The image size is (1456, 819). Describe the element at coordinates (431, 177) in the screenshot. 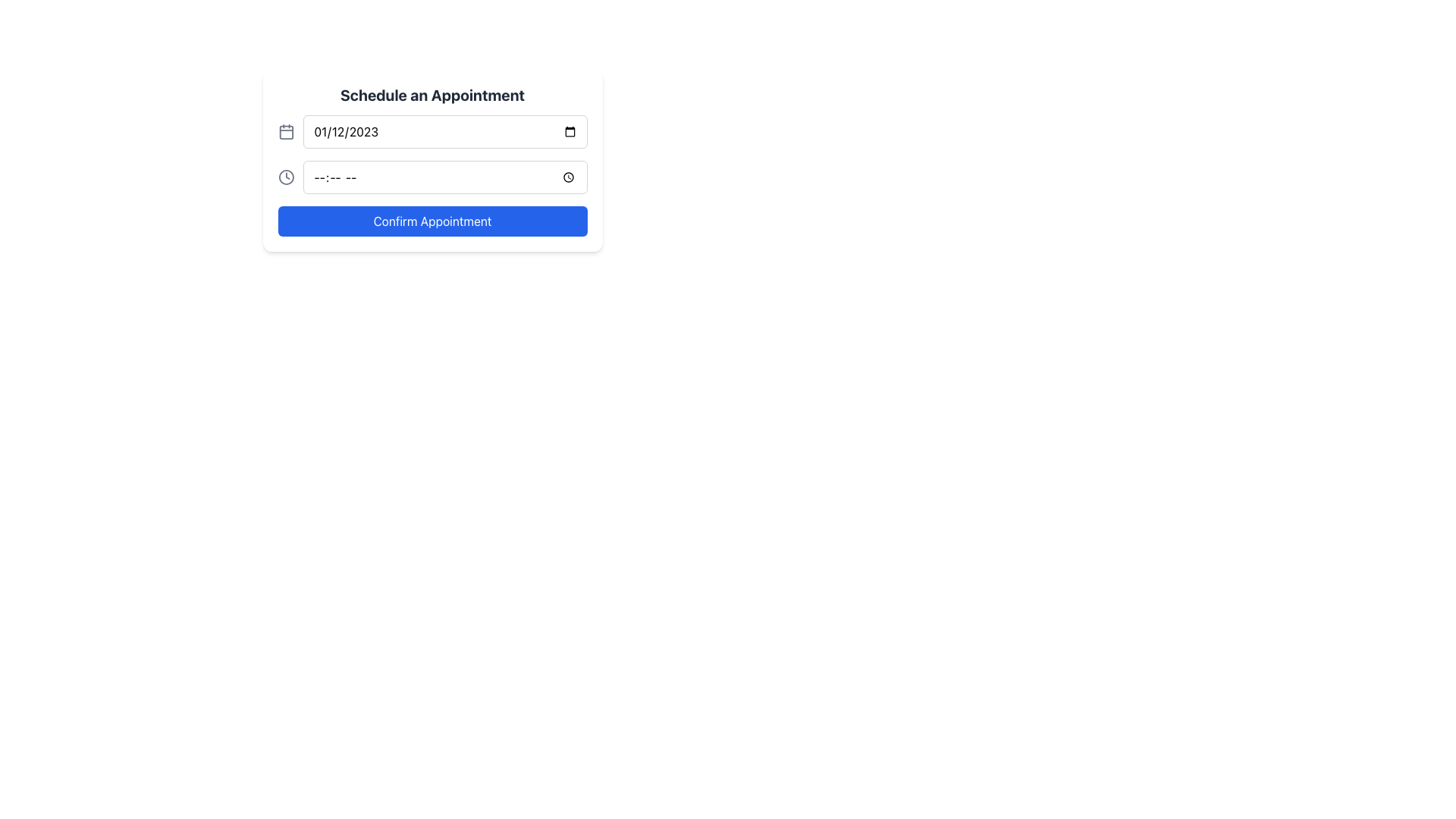

I see `the clock icons on the Time input component located in the 'Schedule an Appointment' form section` at that location.